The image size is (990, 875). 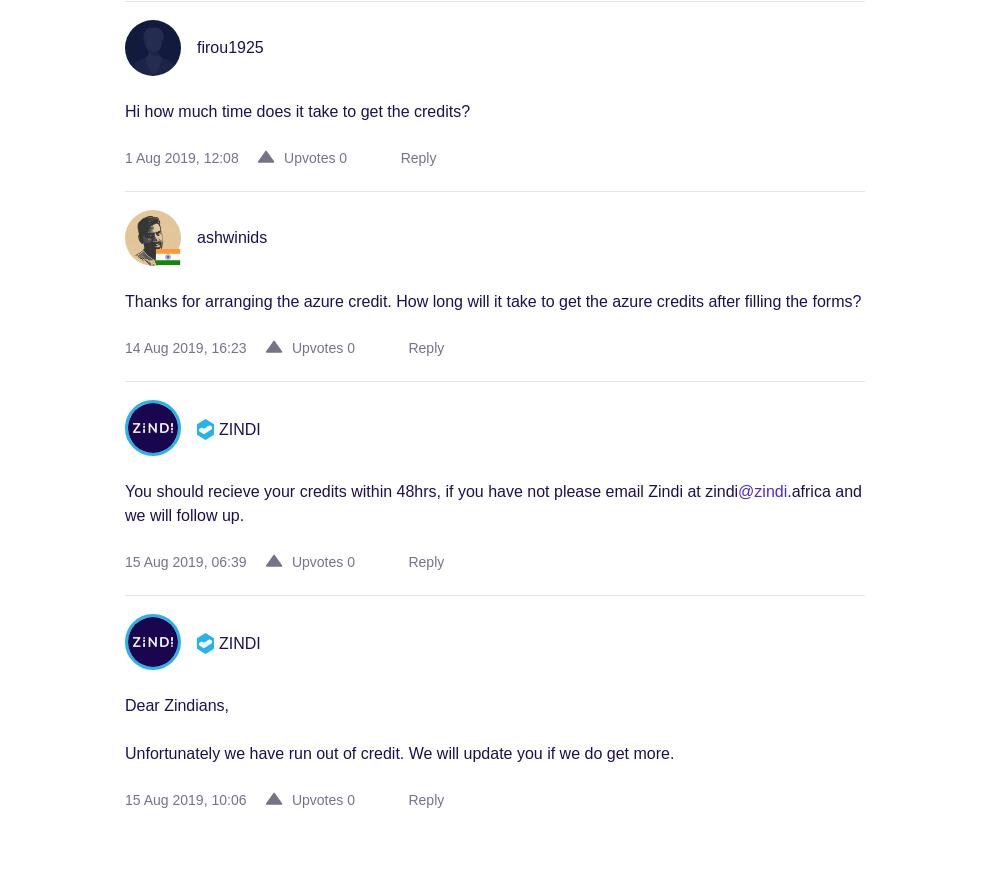 What do you see at coordinates (124, 705) in the screenshot?
I see `'Dear Zindians,'` at bounding box center [124, 705].